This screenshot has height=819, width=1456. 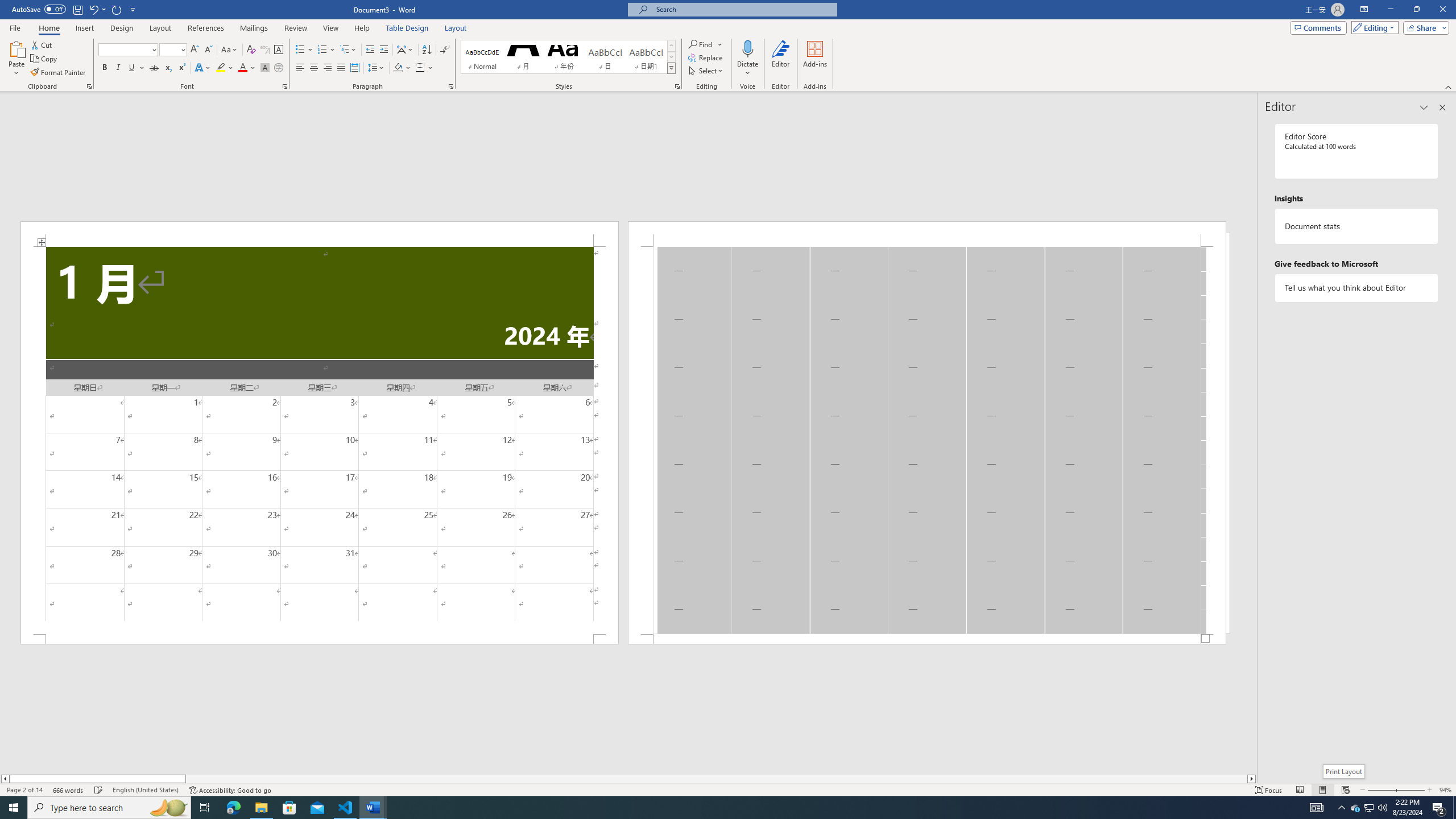 I want to click on 'Page Number Page 2 of 14', so click(x=24, y=790).